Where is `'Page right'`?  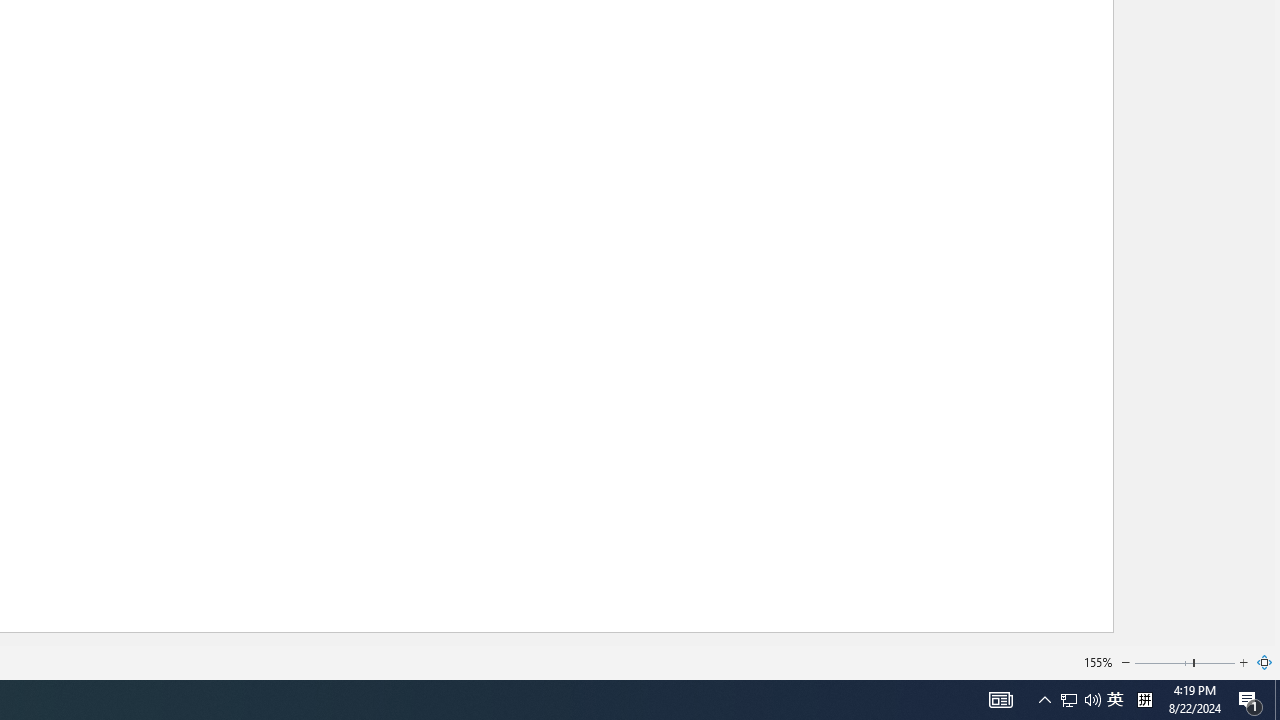 'Page right' is located at coordinates (1214, 663).